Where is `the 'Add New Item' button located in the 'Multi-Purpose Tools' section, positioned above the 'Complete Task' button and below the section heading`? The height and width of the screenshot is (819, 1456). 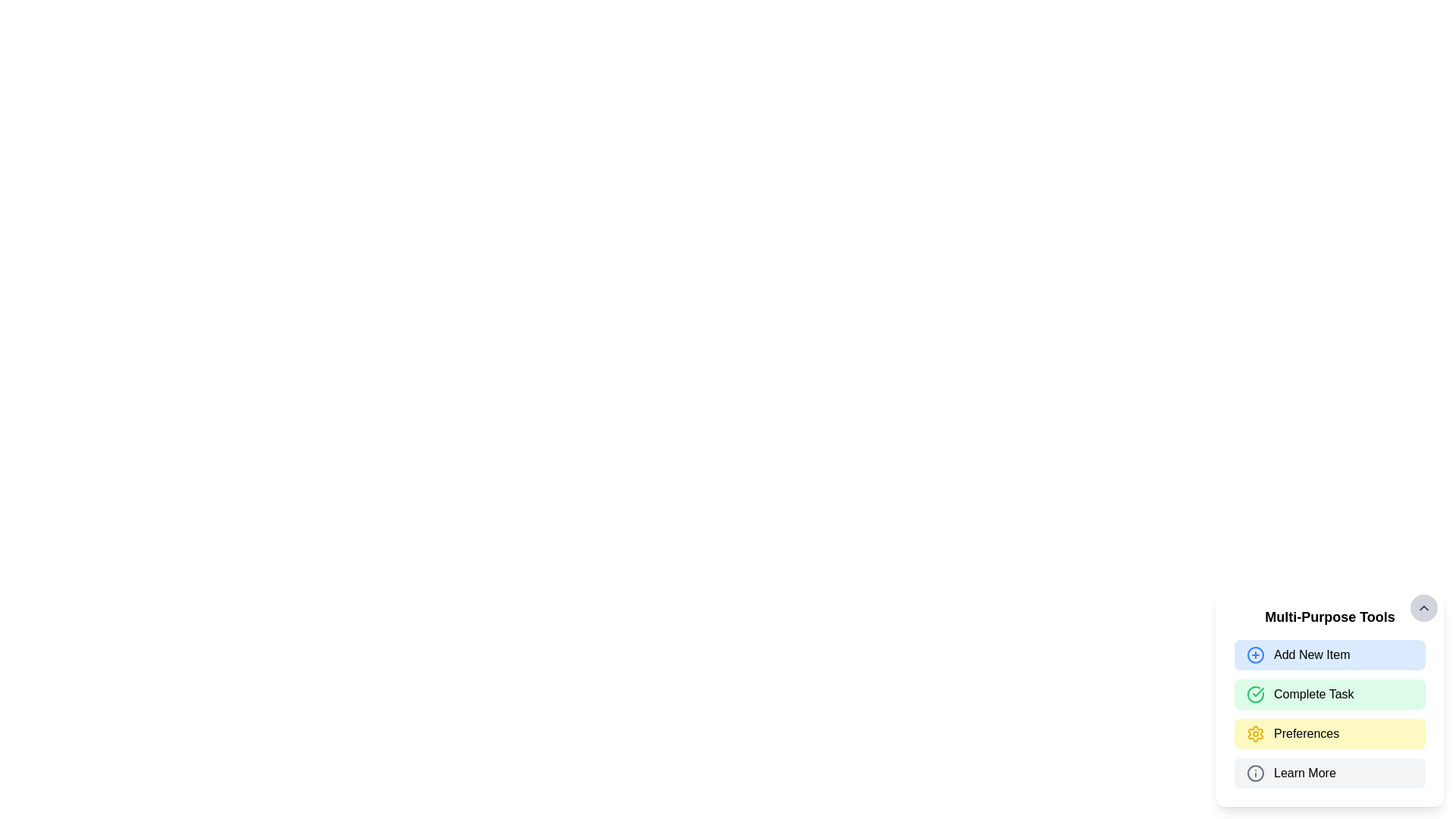 the 'Add New Item' button located in the 'Multi-Purpose Tools' section, positioned above the 'Complete Task' button and below the section heading is located at coordinates (1329, 654).